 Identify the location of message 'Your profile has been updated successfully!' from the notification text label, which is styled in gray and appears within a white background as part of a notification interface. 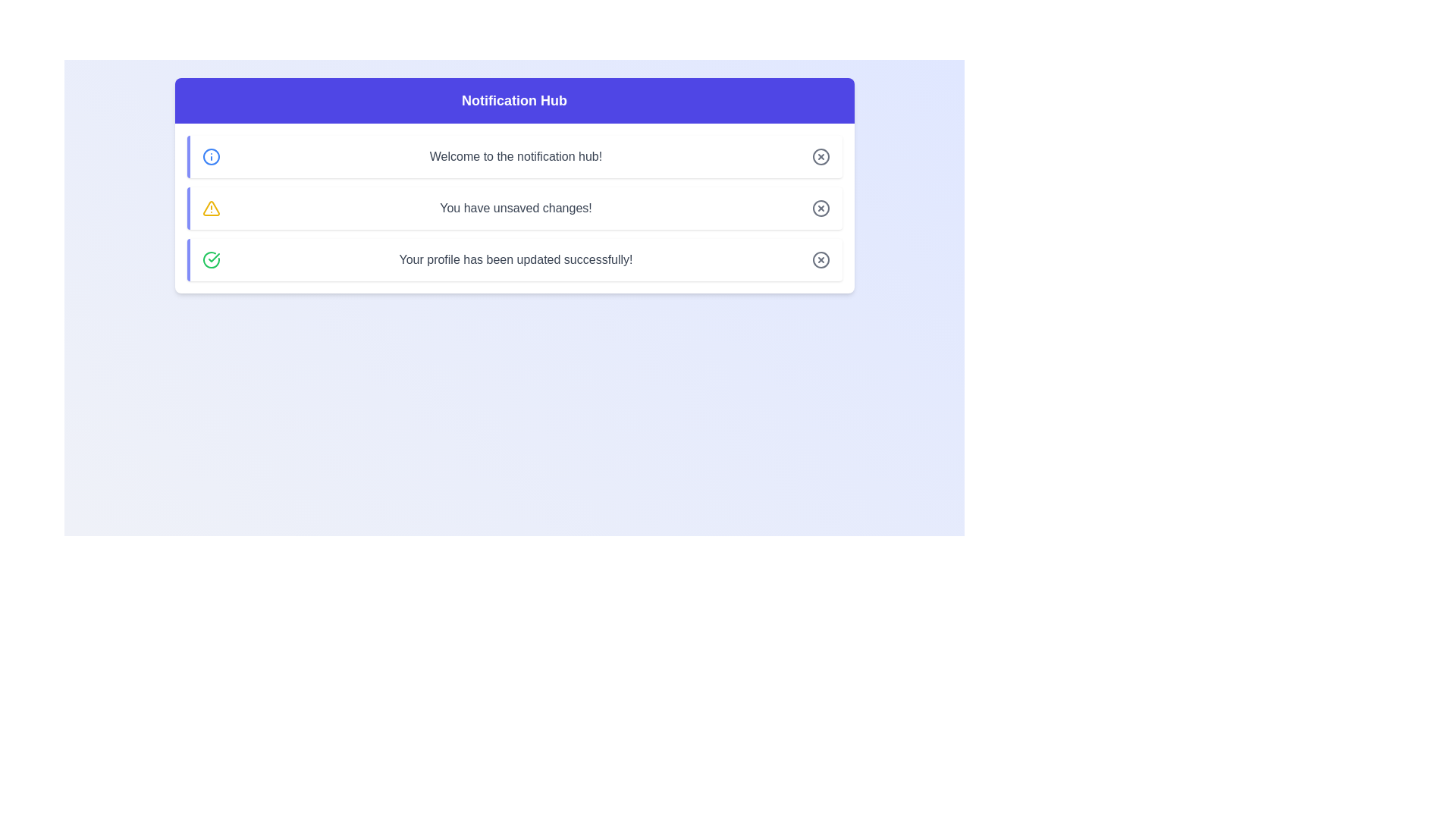
(516, 259).